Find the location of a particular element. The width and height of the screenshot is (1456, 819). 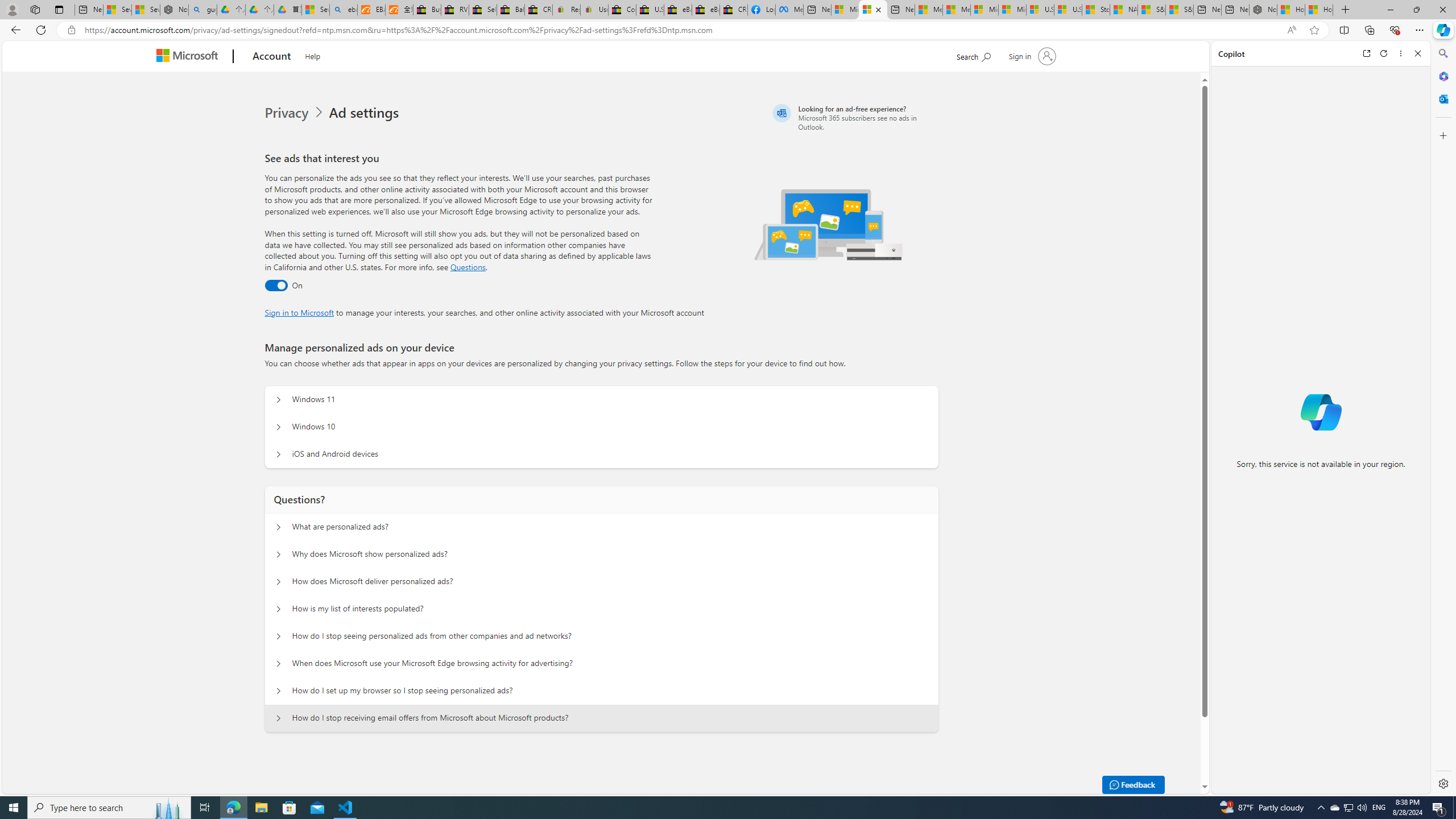

'Settings and more (Alt+F)' is located at coordinates (1419, 29).